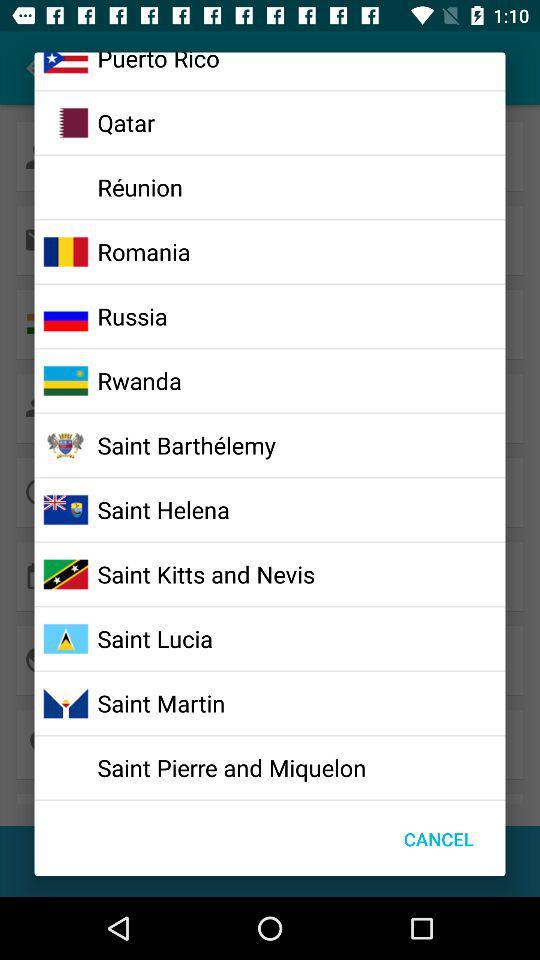  Describe the element at coordinates (132, 316) in the screenshot. I see `item above rwanda item` at that location.